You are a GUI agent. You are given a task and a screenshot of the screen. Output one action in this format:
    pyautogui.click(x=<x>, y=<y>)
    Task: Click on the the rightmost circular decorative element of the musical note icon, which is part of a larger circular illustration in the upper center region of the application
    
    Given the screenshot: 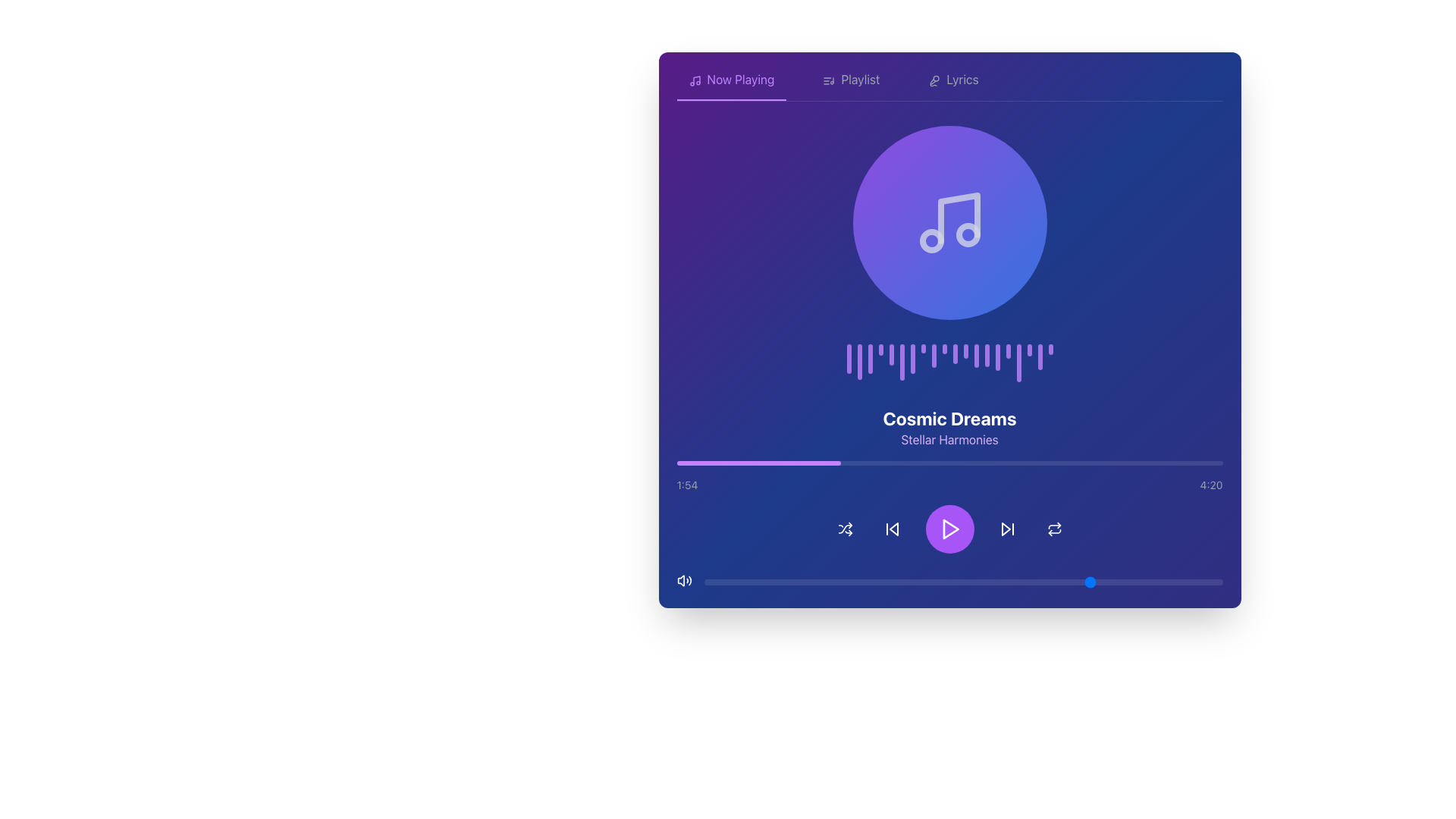 What is the action you would take?
    pyautogui.click(x=967, y=234)
    